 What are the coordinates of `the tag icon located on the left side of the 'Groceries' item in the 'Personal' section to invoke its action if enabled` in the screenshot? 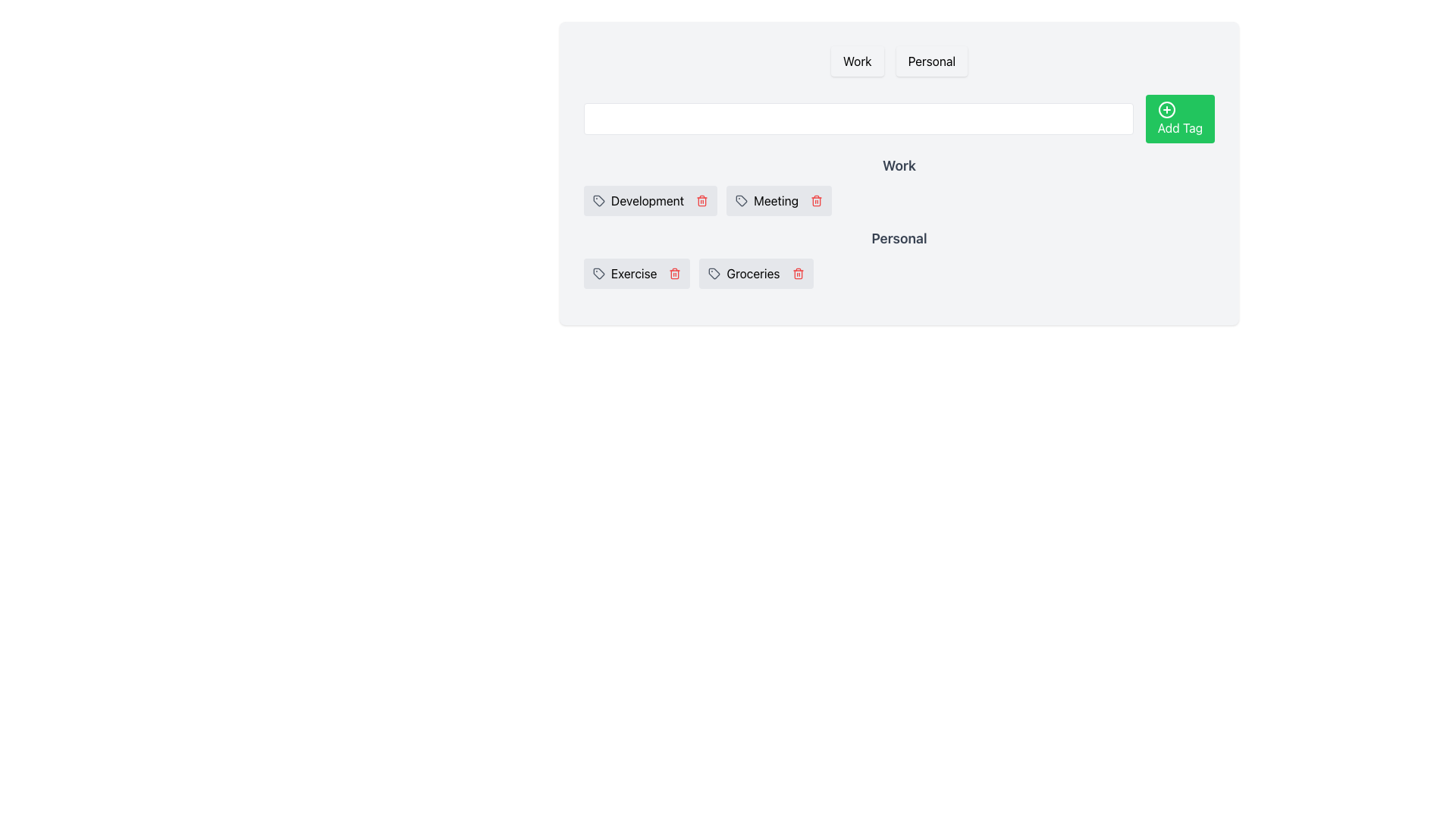 It's located at (713, 271).